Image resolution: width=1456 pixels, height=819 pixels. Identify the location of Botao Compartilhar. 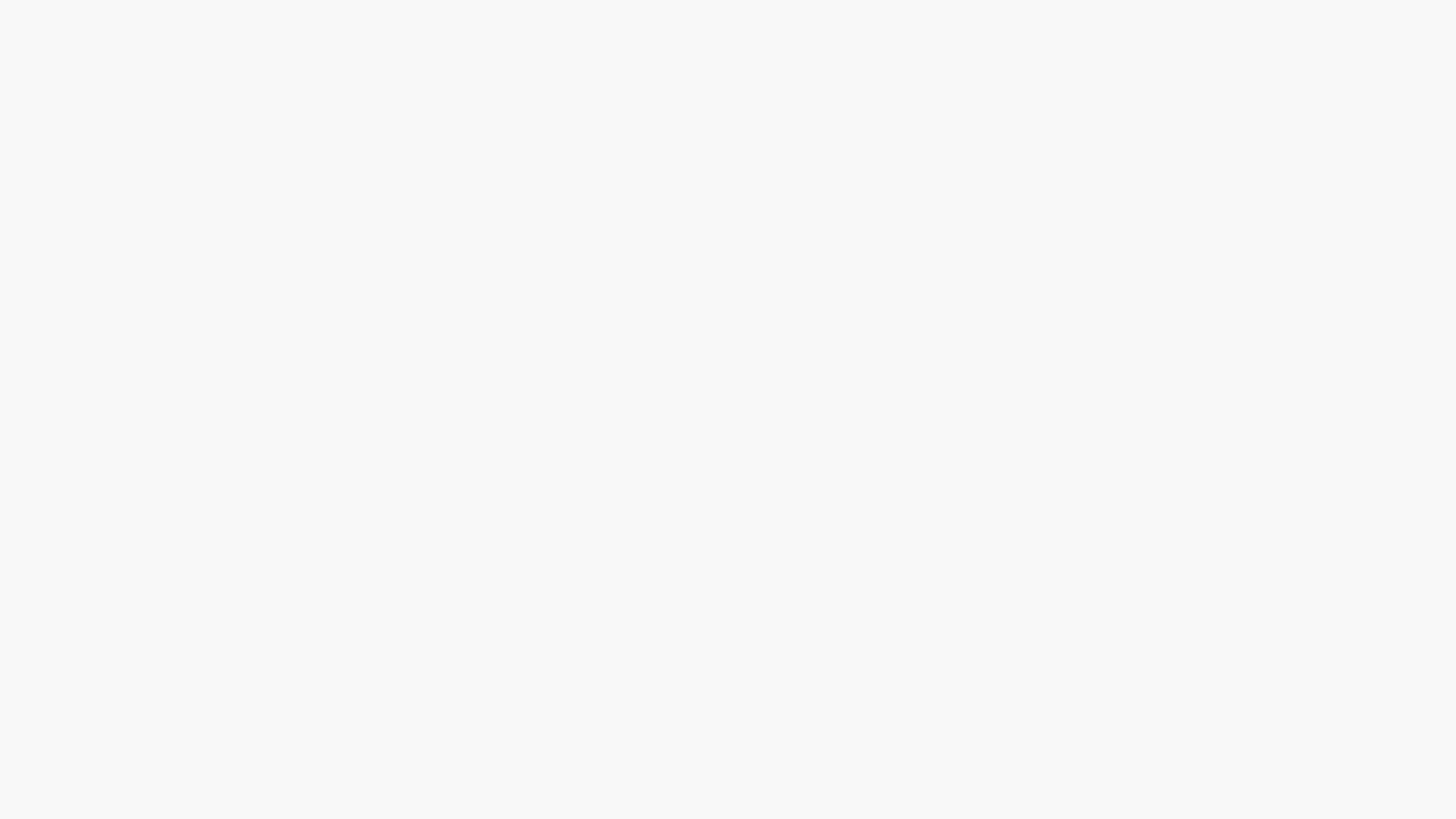
(246, 429).